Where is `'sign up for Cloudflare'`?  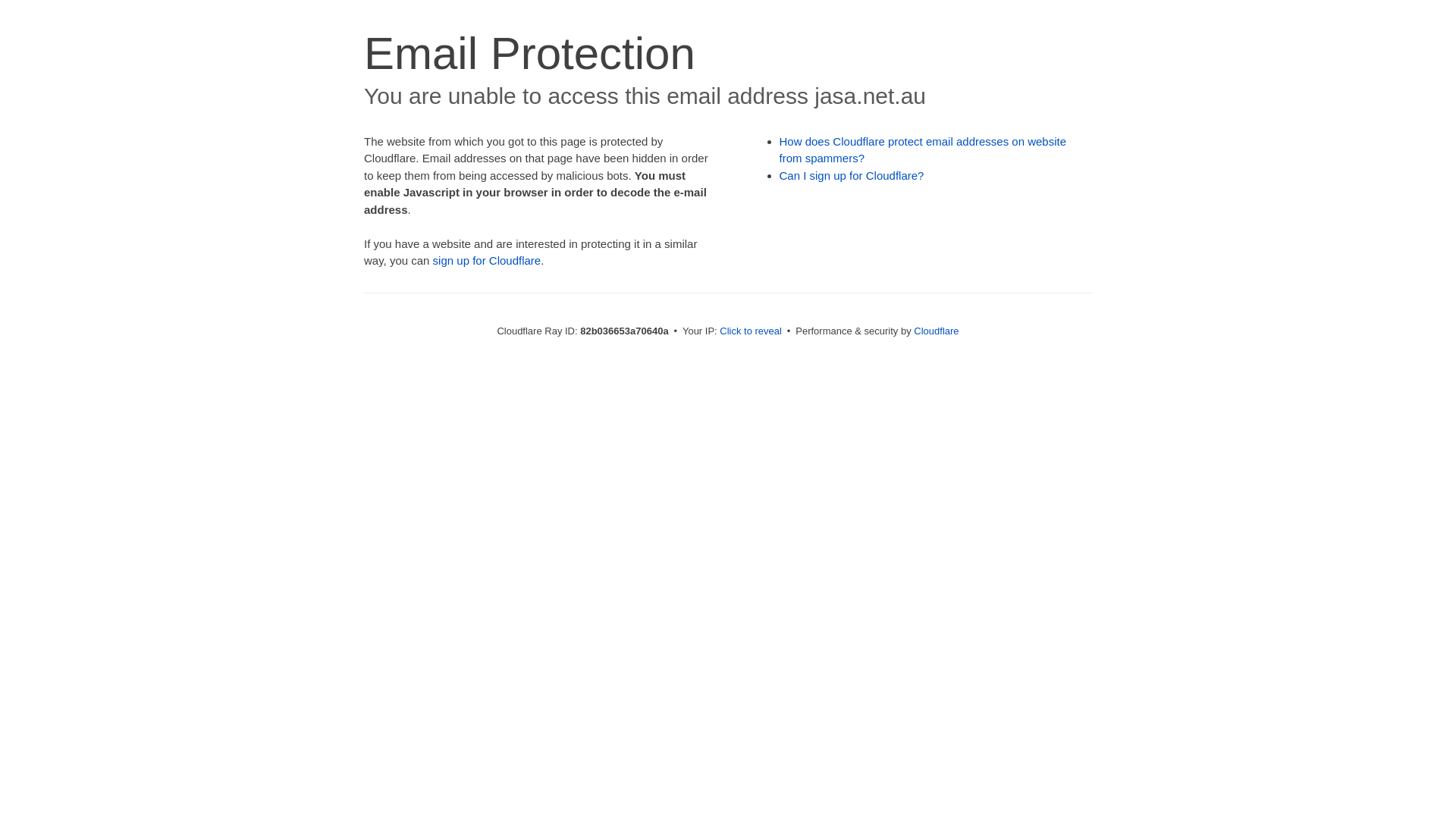
'sign up for Cloudflare' is located at coordinates (487, 259).